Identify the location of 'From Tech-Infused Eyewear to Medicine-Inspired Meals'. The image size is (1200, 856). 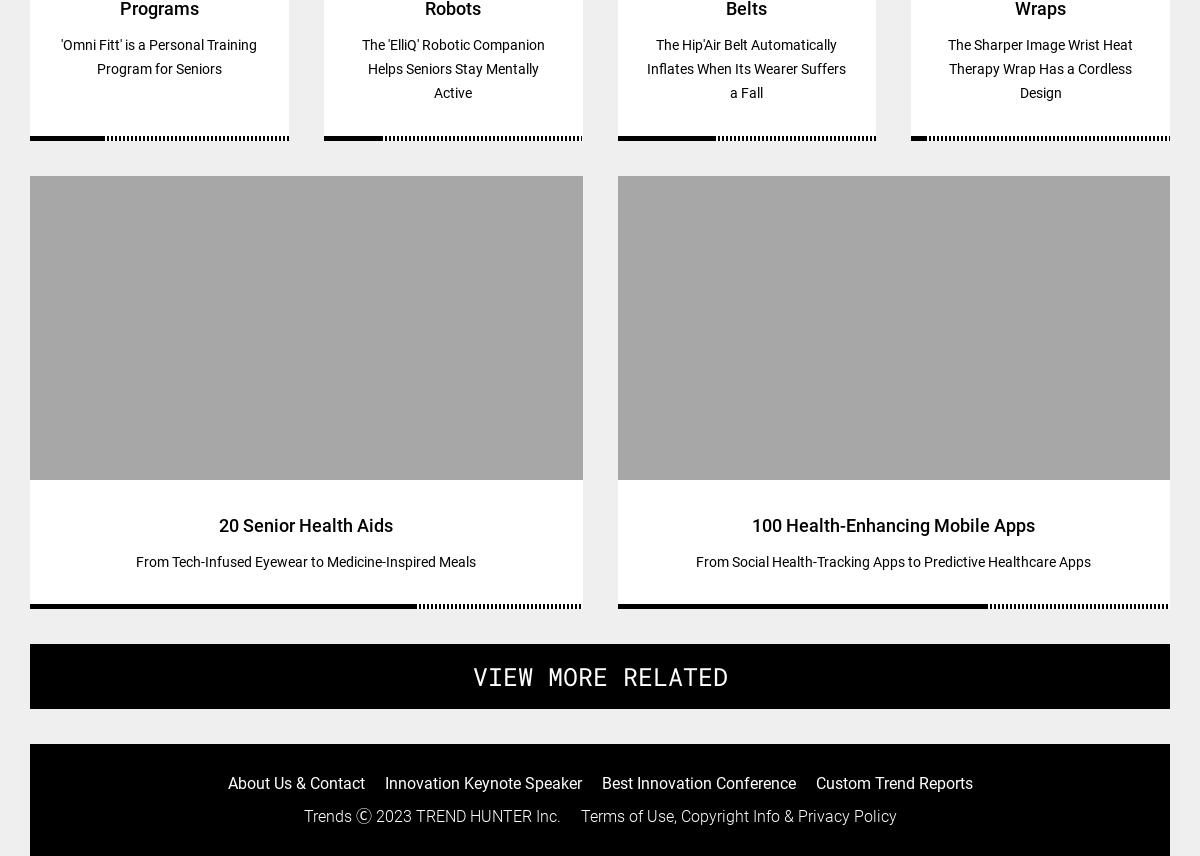
(135, 560).